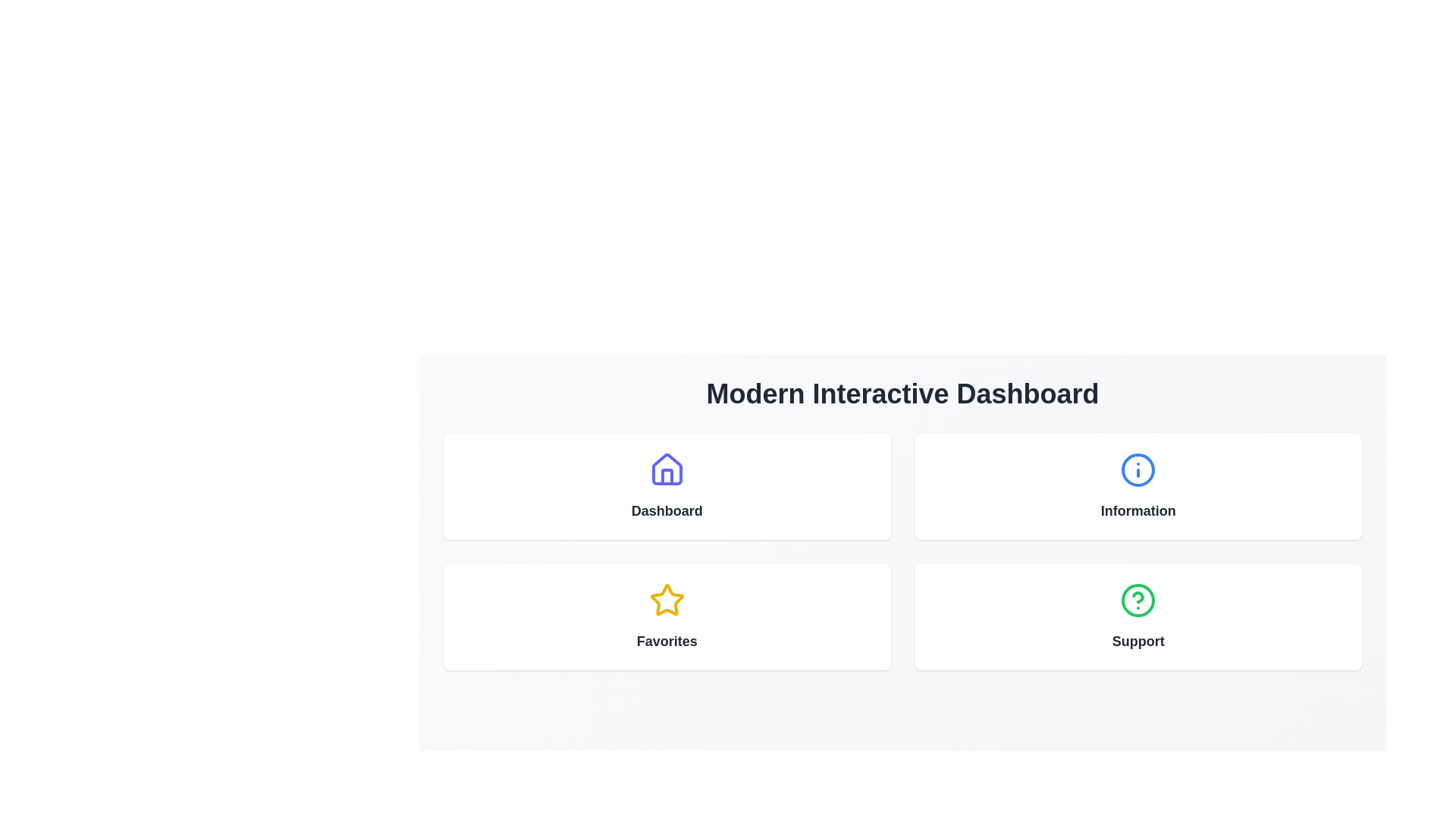  What do you see at coordinates (667, 599) in the screenshot?
I see `the vibrant yellow five-pointed star icon located in the bottom-left quadrant of the 'Favorites' card in the navigation panel` at bounding box center [667, 599].